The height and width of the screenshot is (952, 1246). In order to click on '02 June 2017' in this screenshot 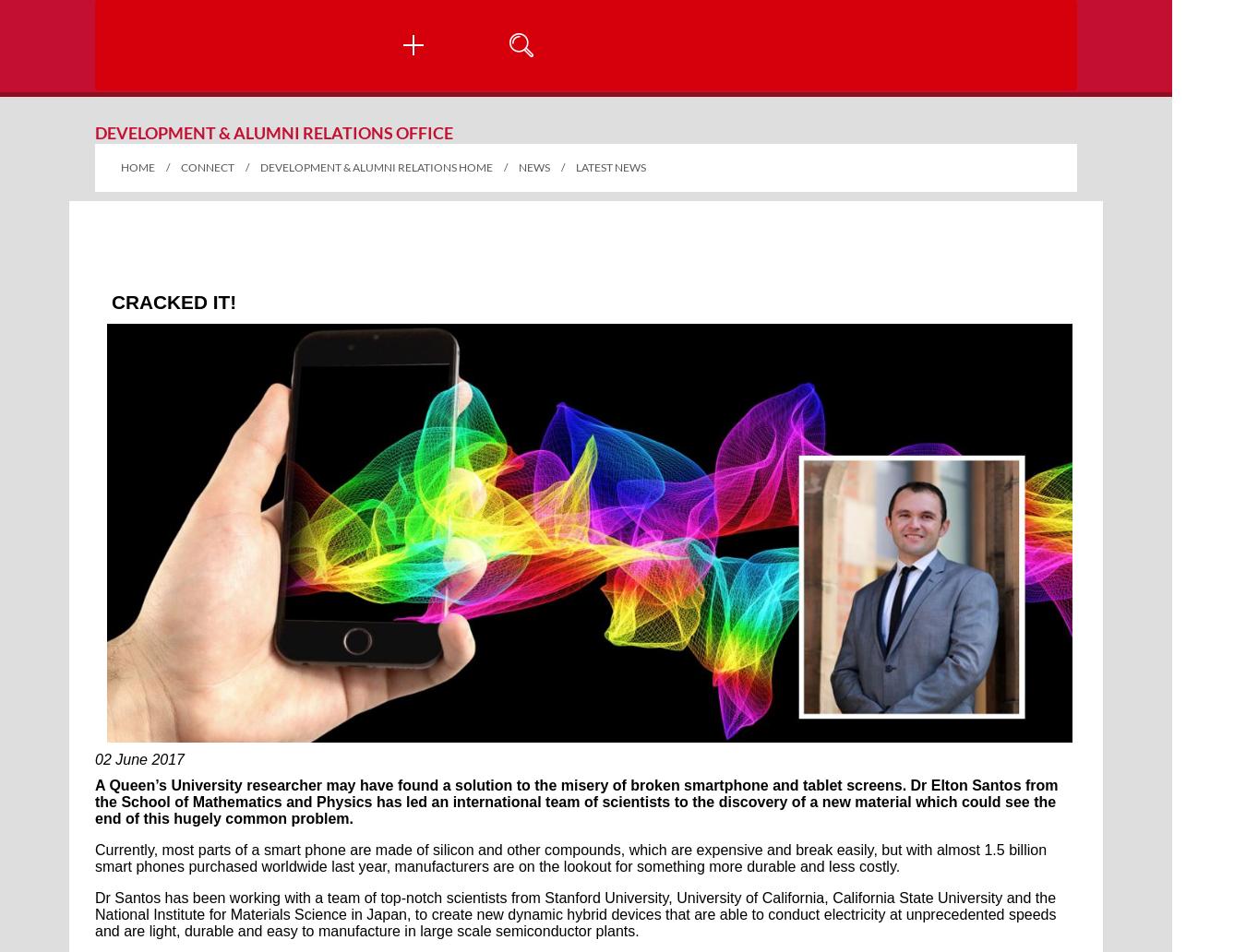, I will do `click(139, 758)`.